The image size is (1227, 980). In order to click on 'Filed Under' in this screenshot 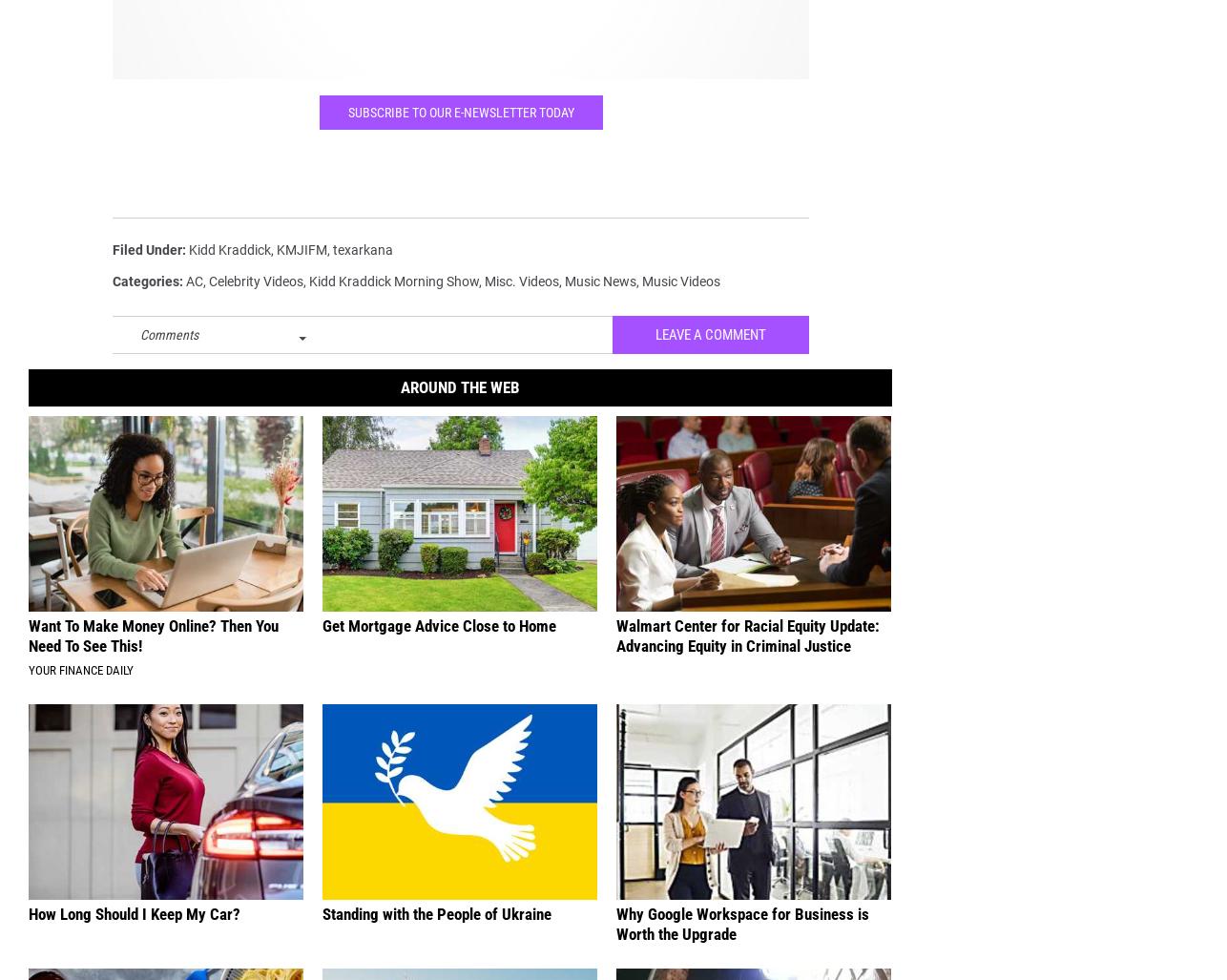, I will do `click(147, 262)`.